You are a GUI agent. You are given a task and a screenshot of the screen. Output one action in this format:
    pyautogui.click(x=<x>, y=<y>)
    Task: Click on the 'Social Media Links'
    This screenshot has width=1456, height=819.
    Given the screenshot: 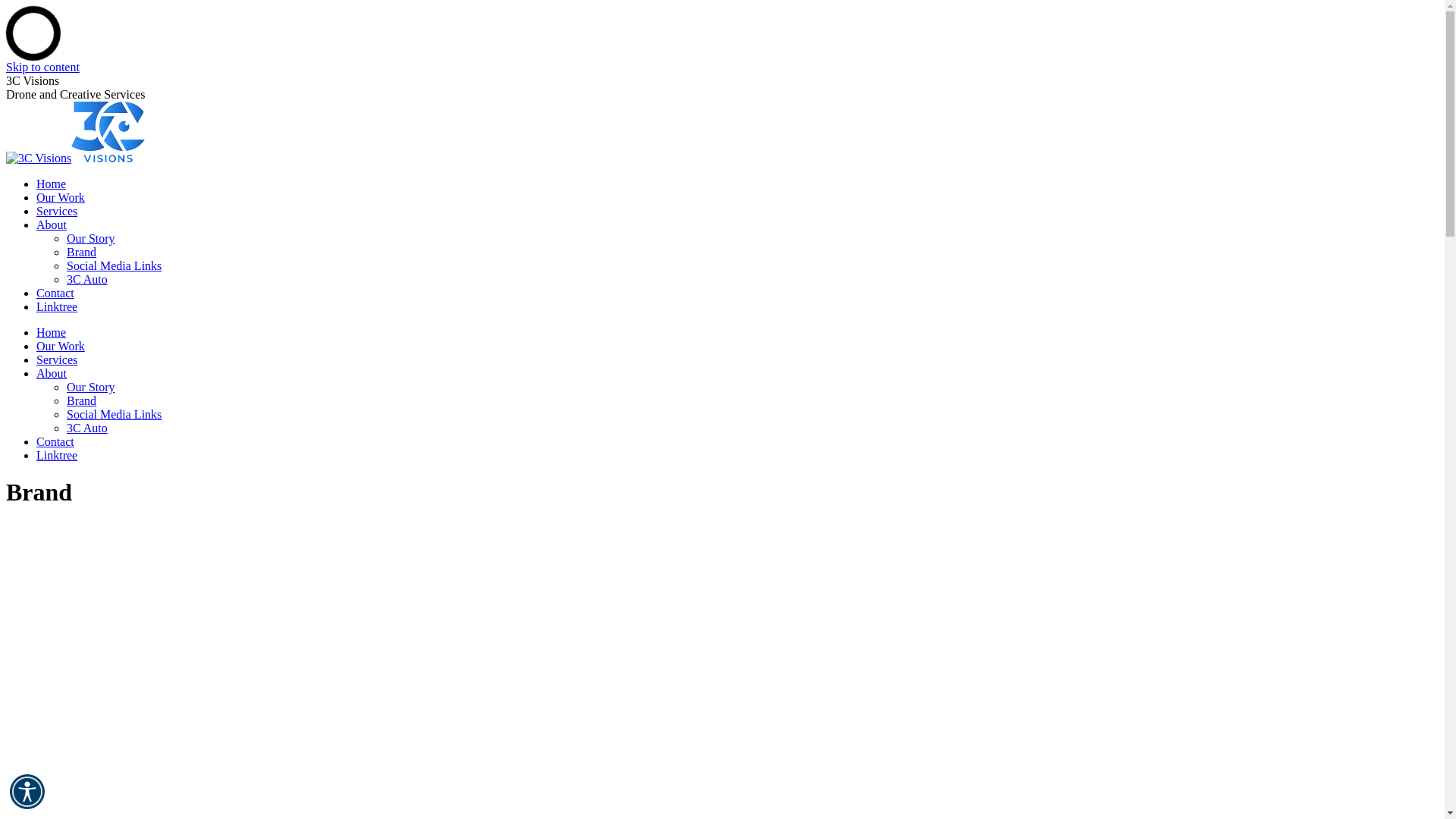 What is the action you would take?
    pyautogui.click(x=113, y=414)
    